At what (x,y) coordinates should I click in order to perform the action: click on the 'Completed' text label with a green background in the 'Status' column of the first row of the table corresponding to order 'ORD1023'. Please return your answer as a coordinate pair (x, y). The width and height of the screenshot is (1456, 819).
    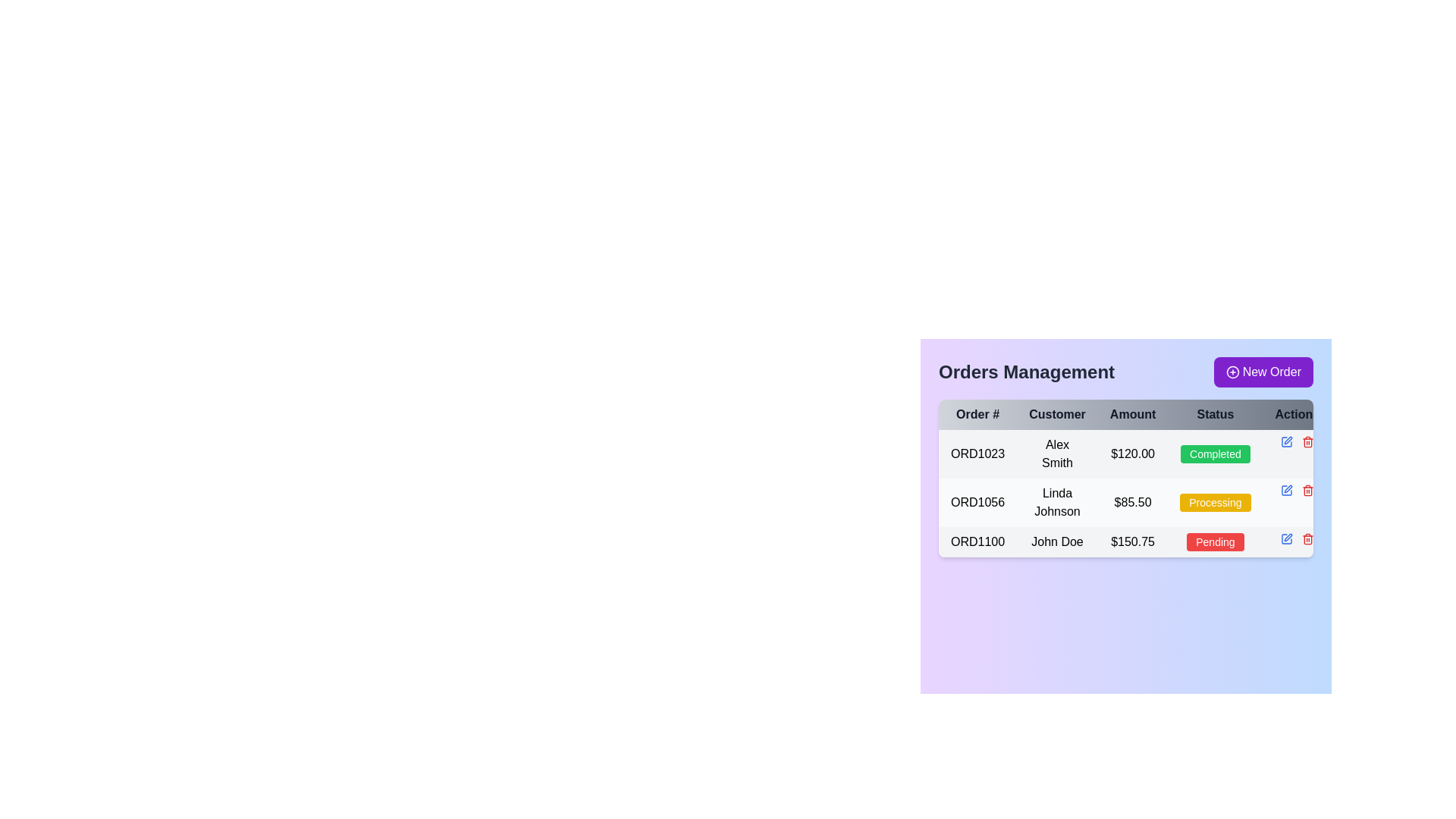
    Looking at the image, I should click on (1215, 453).